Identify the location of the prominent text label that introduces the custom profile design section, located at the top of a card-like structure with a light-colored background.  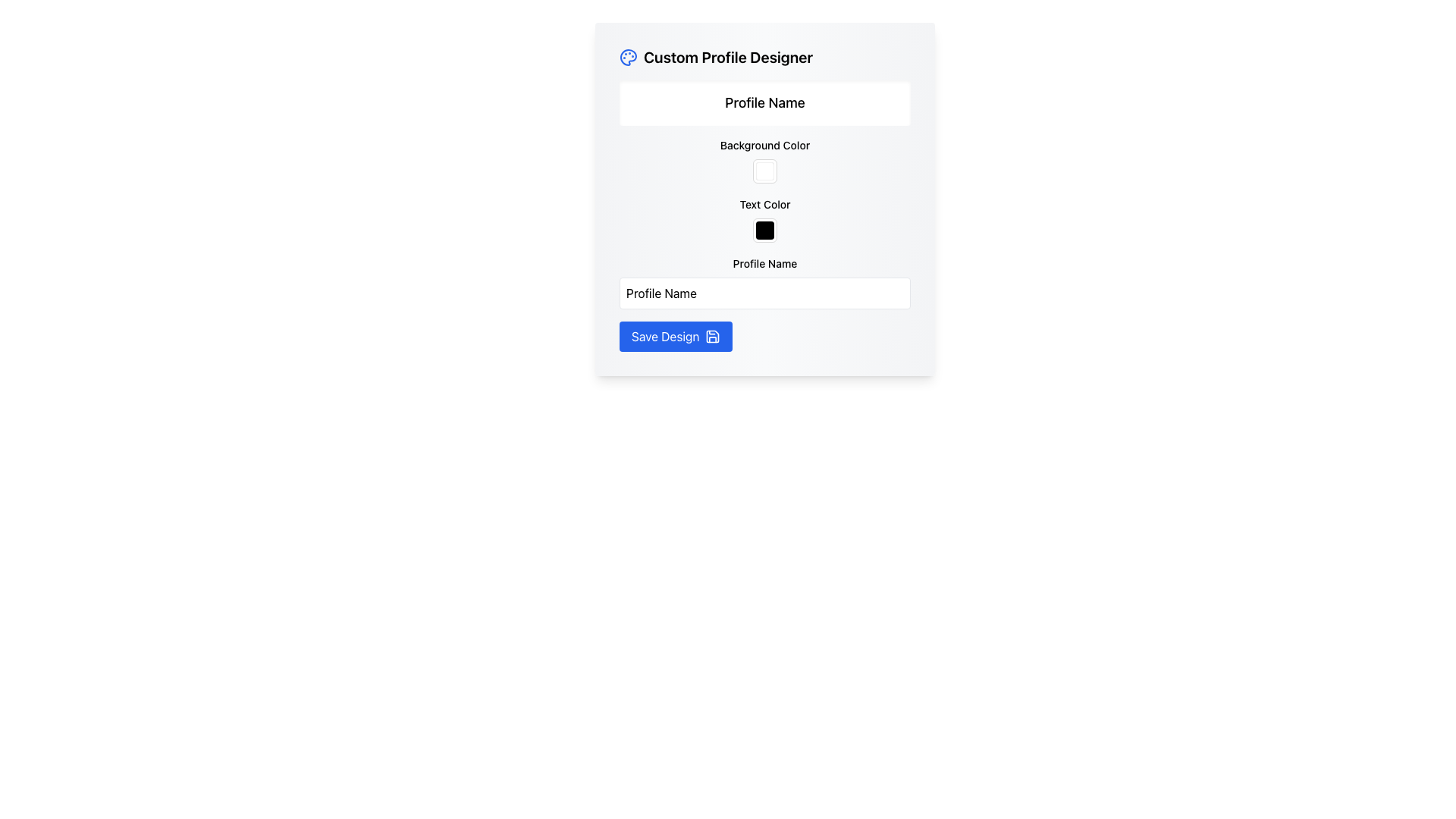
(764, 57).